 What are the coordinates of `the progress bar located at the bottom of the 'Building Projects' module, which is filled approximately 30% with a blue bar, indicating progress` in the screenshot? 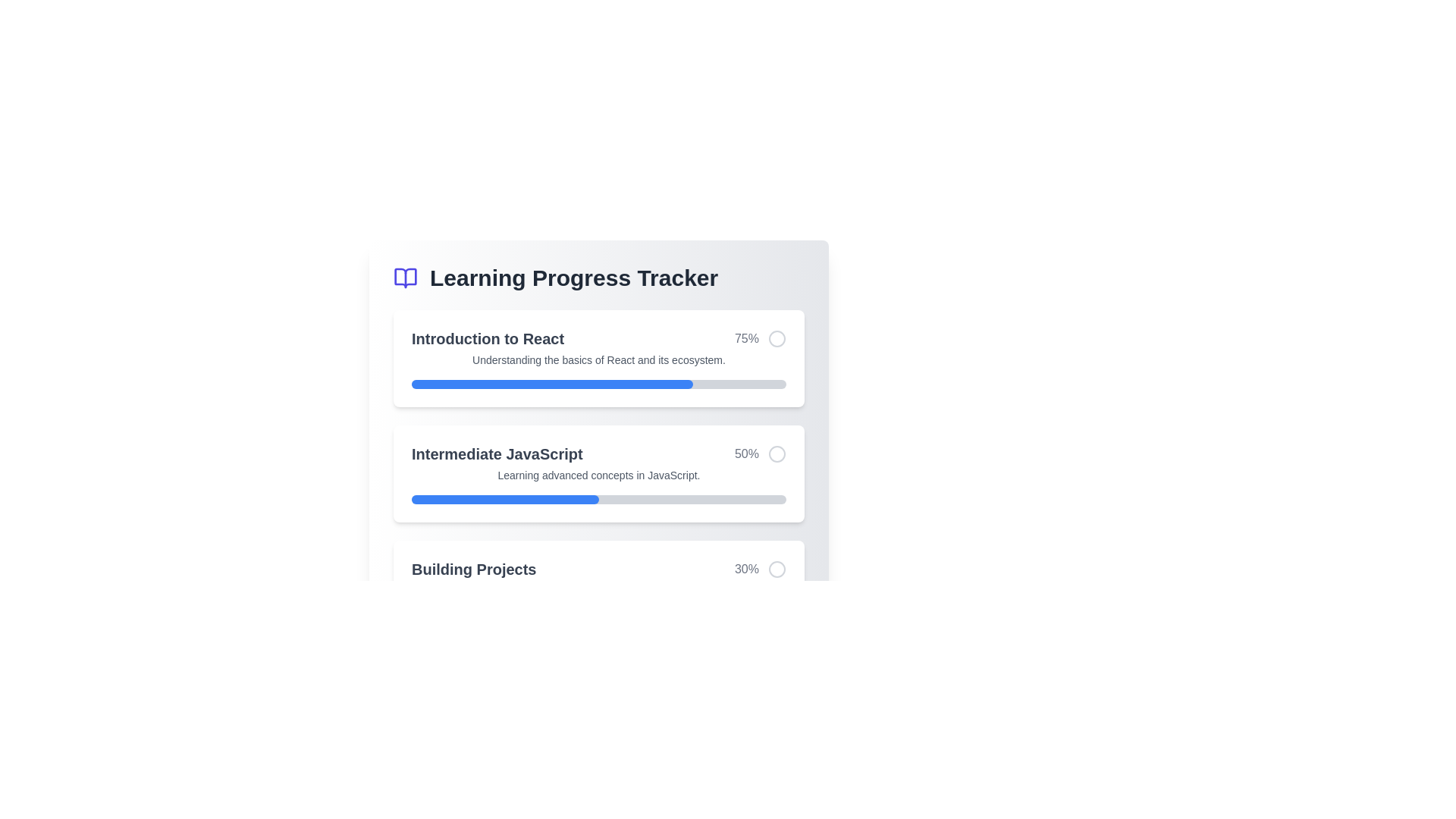 It's located at (598, 614).